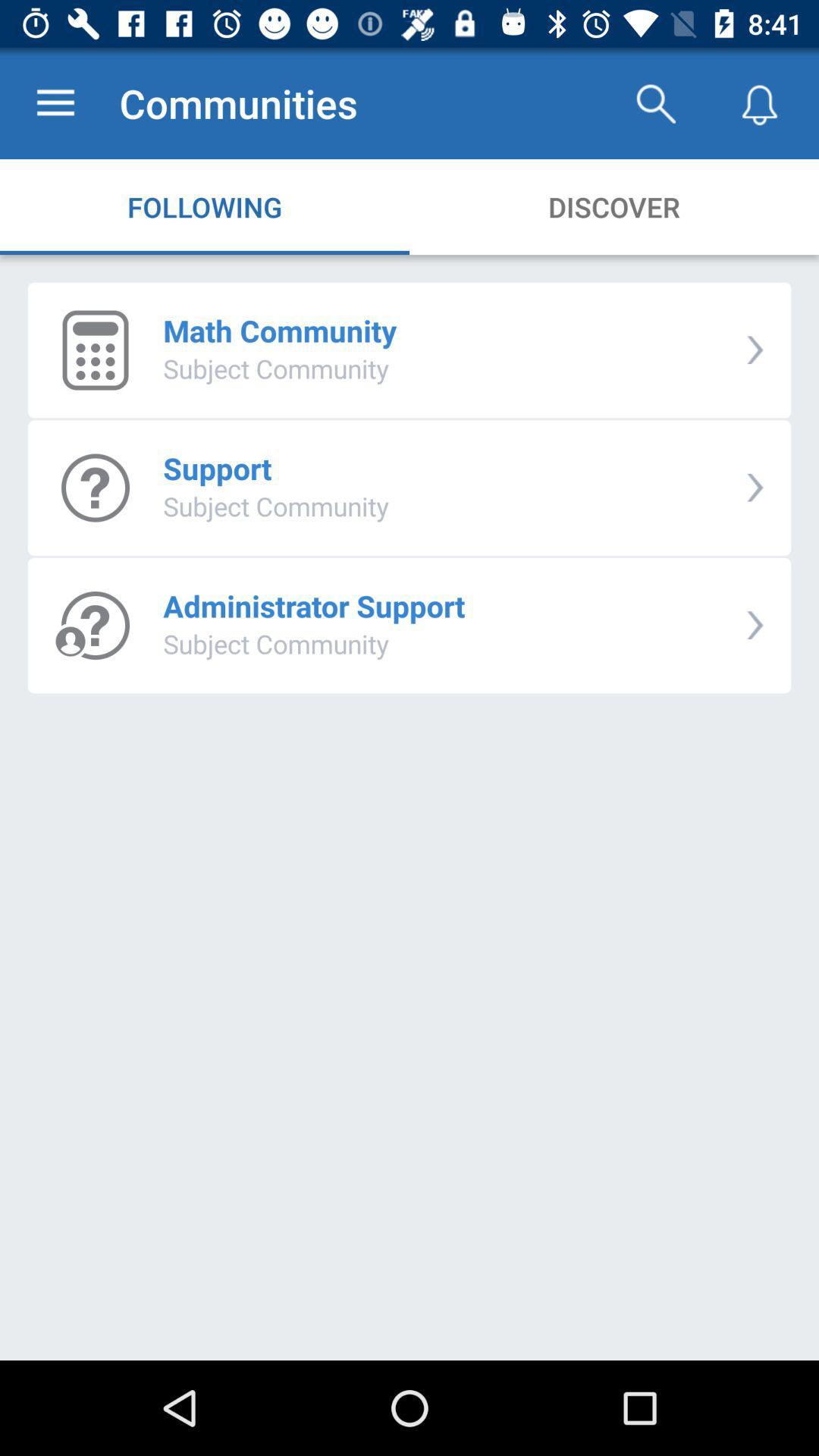  Describe the element at coordinates (654, 102) in the screenshot. I see `the item to the right of the communities app` at that location.